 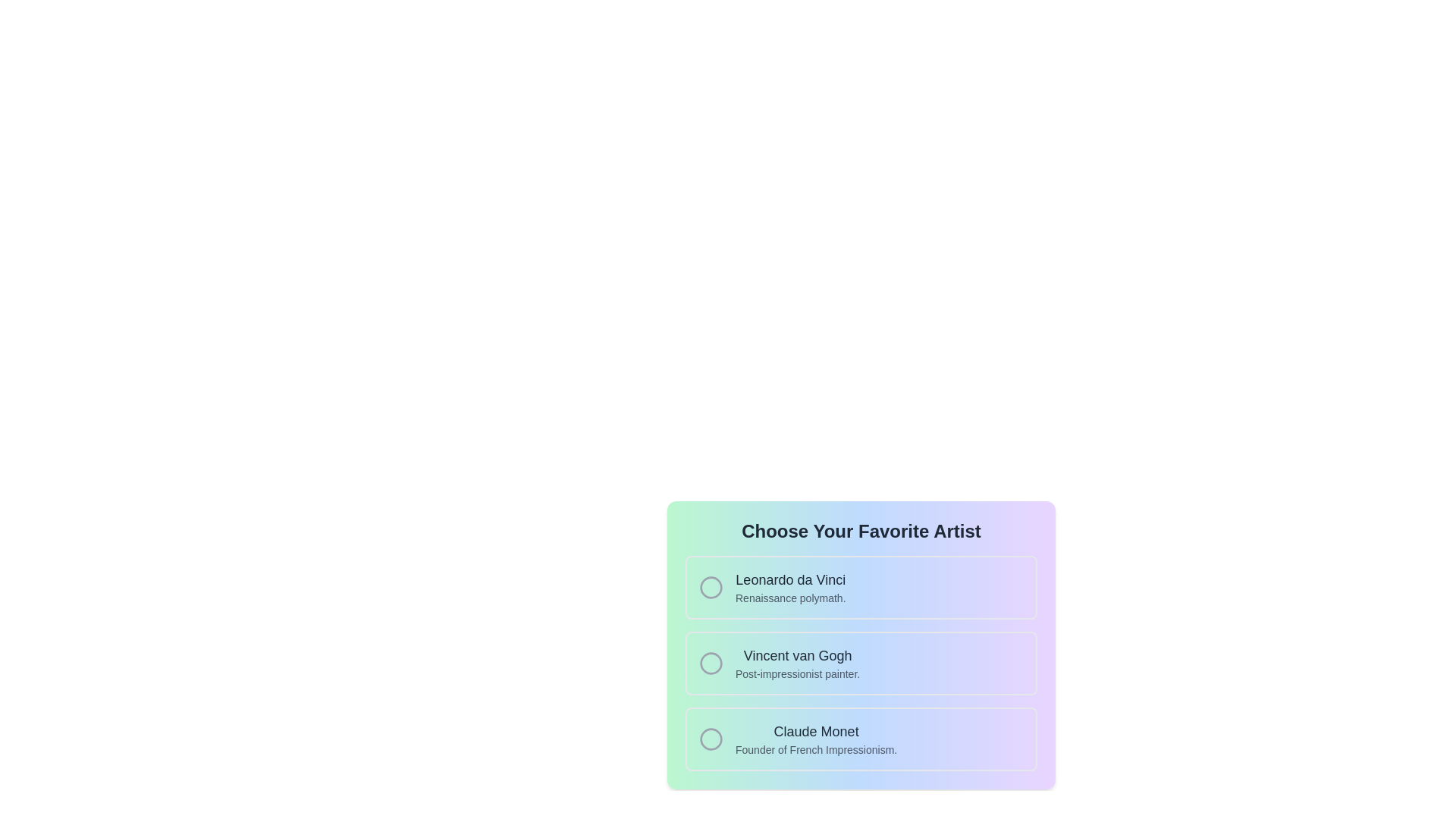 What do you see at coordinates (861, 663) in the screenshot?
I see `the second selectable list item with a circular radio button labeled 'Vincent van Gogh'` at bounding box center [861, 663].